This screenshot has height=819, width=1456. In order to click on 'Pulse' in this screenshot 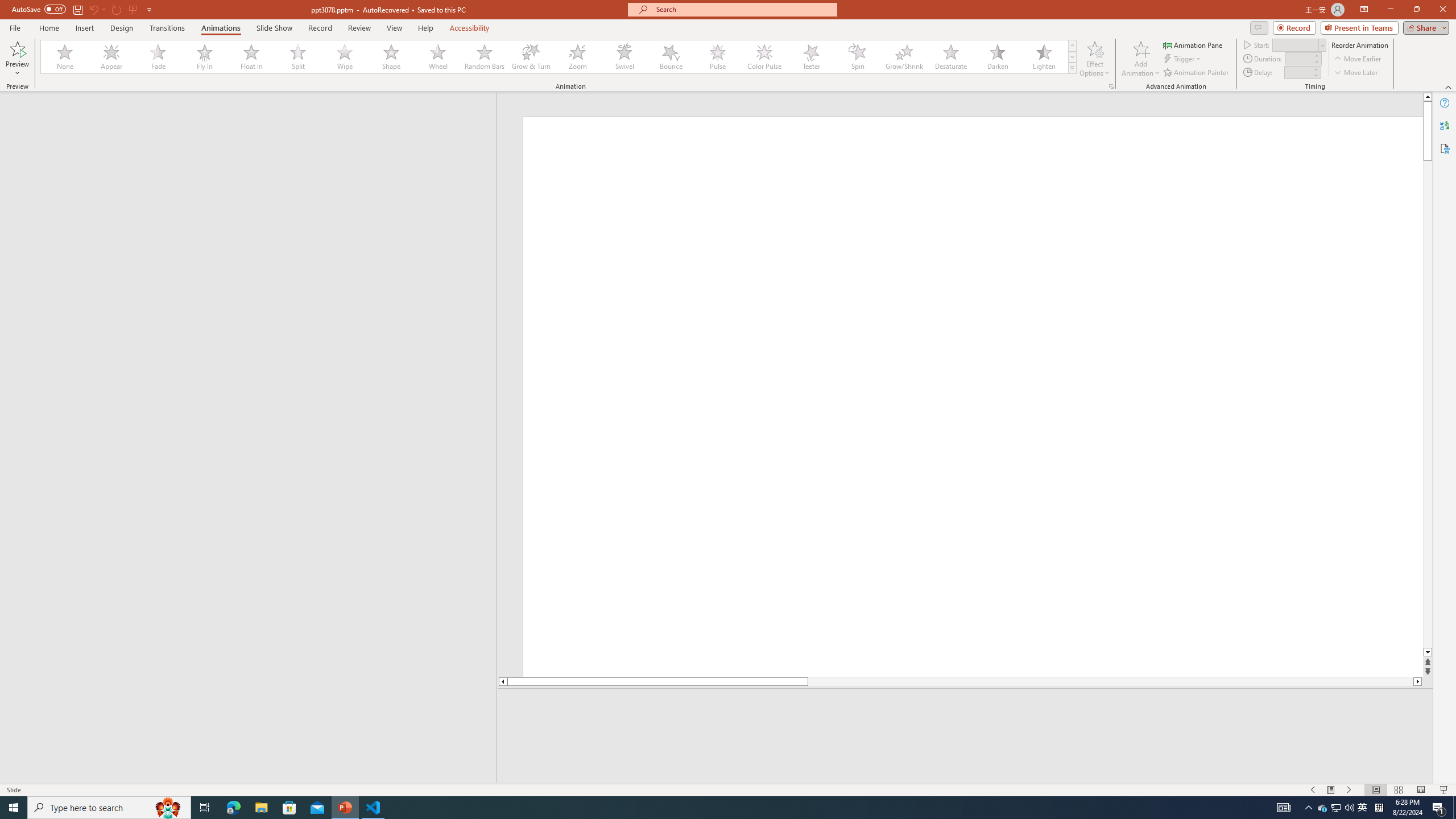, I will do `click(717, 56)`.